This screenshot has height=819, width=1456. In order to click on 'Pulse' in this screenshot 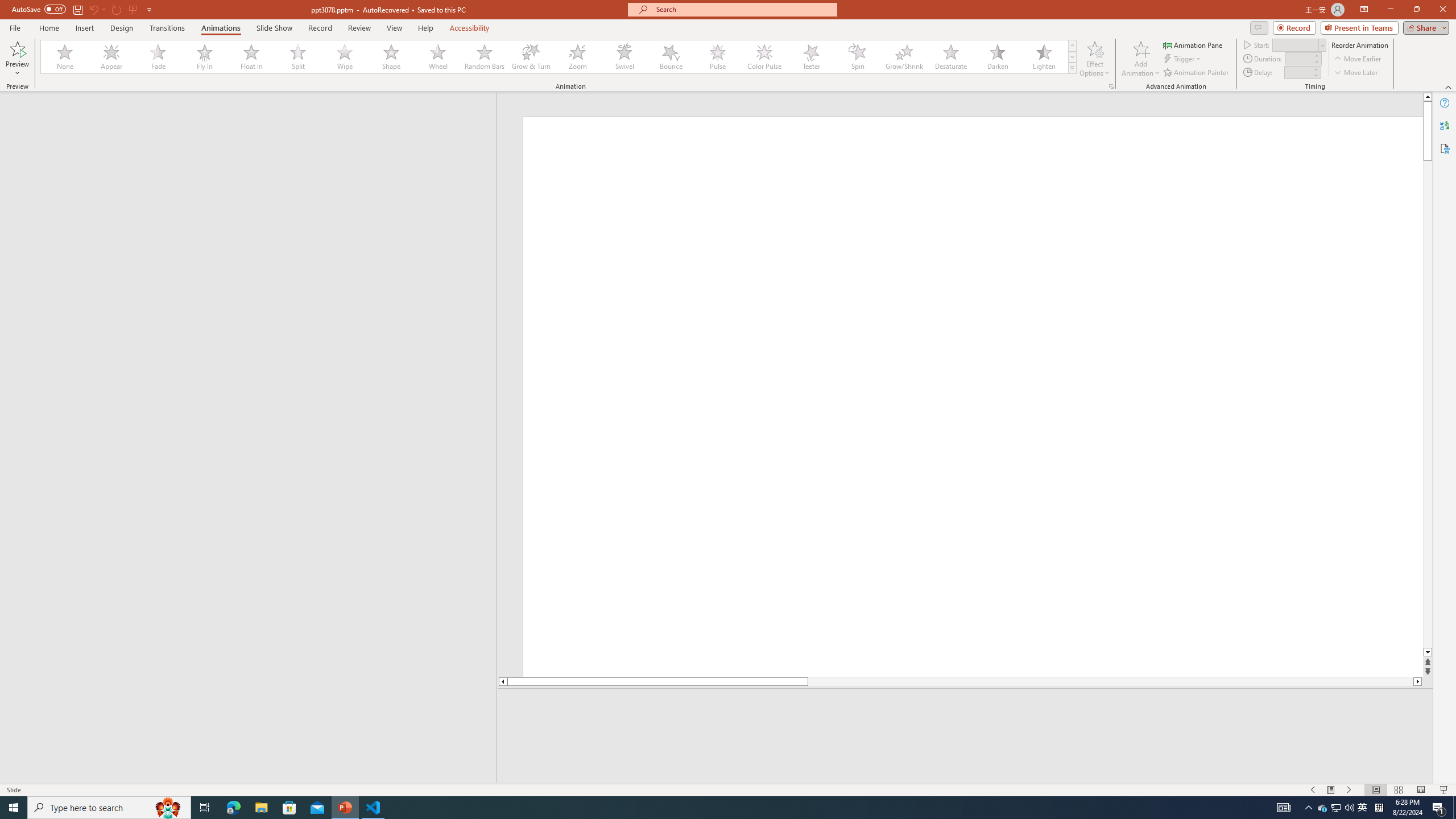, I will do `click(717, 56)`.